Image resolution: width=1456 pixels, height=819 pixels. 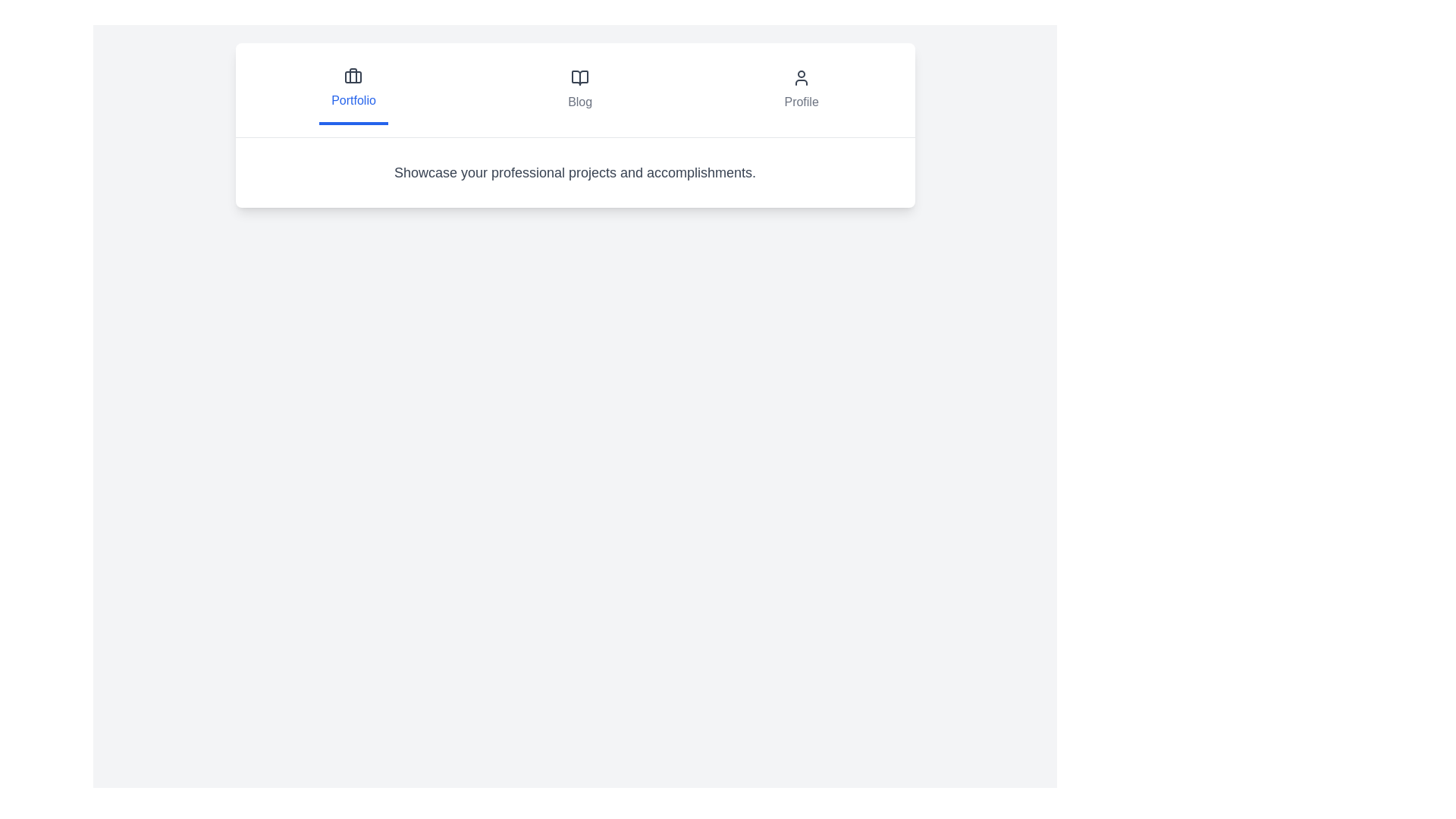 What do you see at coordinates (353, 90) in the screenshot?
I see `the tab labeled Portfolio to observe the visual feedback` at bounding box center [353, 90].